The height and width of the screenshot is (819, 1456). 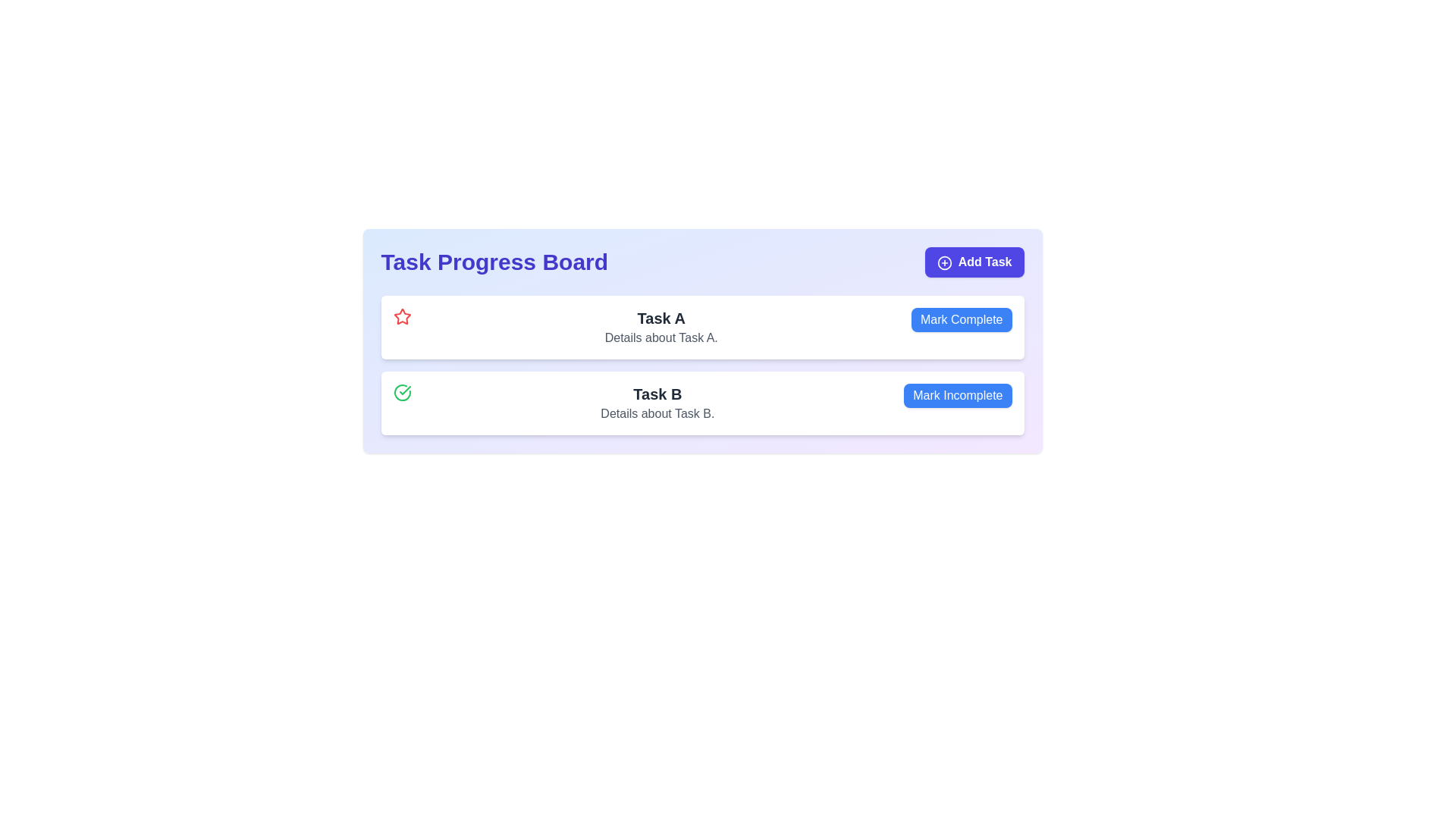 What do you see at coordinates (943, 262) in the screenshot?
I see `the decorative circular icon within the 'Add Task' button located at the top-right section of the task progress board interface` at bounding box center [943, 262].